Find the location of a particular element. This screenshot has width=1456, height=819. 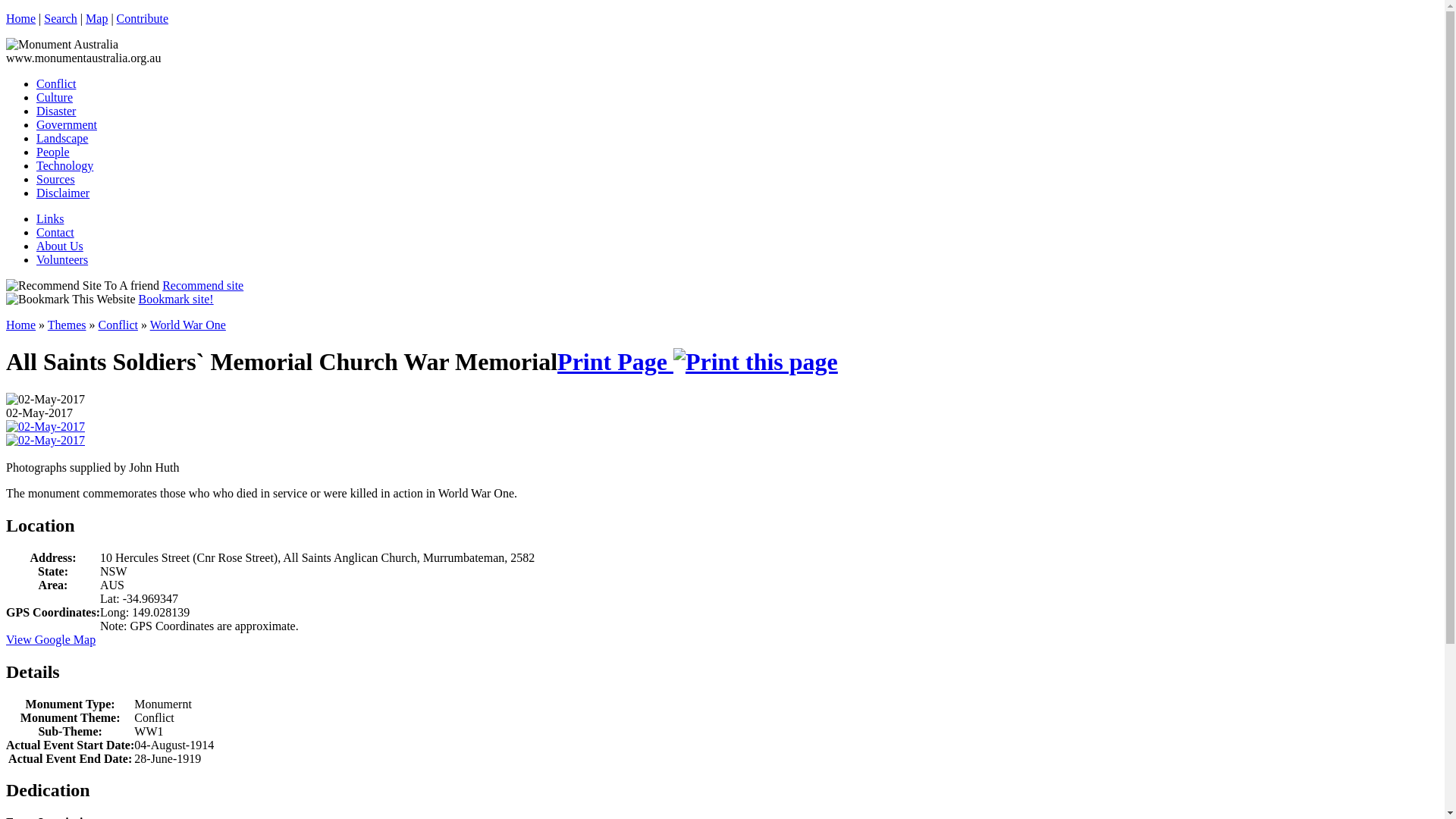

'Print this page' is located at coordinates (755, 362).